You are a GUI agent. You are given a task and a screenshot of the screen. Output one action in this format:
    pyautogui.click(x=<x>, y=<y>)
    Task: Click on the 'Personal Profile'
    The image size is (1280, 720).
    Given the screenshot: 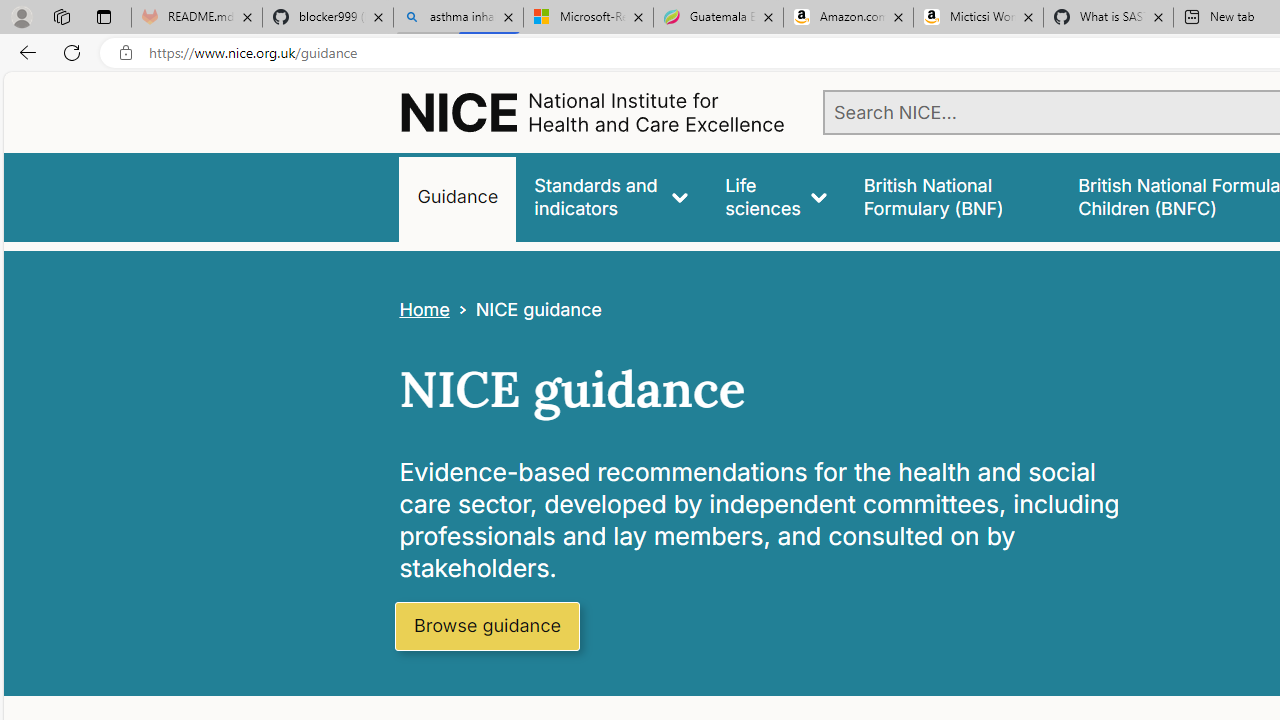 What is the action you would take?
    pyautogui.click(x=21, y=16)
    